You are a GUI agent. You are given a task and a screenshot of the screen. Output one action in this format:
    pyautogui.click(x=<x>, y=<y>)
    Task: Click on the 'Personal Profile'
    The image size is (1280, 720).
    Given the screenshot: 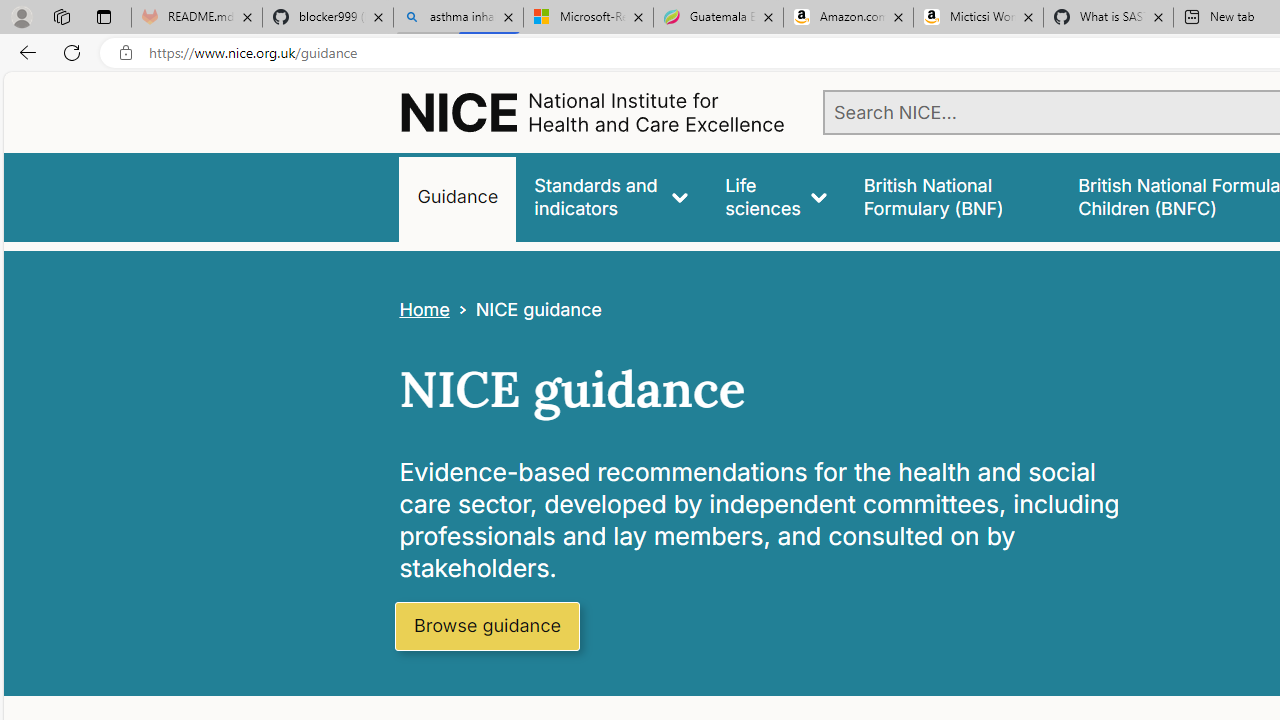 What is the action you would take?
    pyautogui.click(x=21, y=16)
    